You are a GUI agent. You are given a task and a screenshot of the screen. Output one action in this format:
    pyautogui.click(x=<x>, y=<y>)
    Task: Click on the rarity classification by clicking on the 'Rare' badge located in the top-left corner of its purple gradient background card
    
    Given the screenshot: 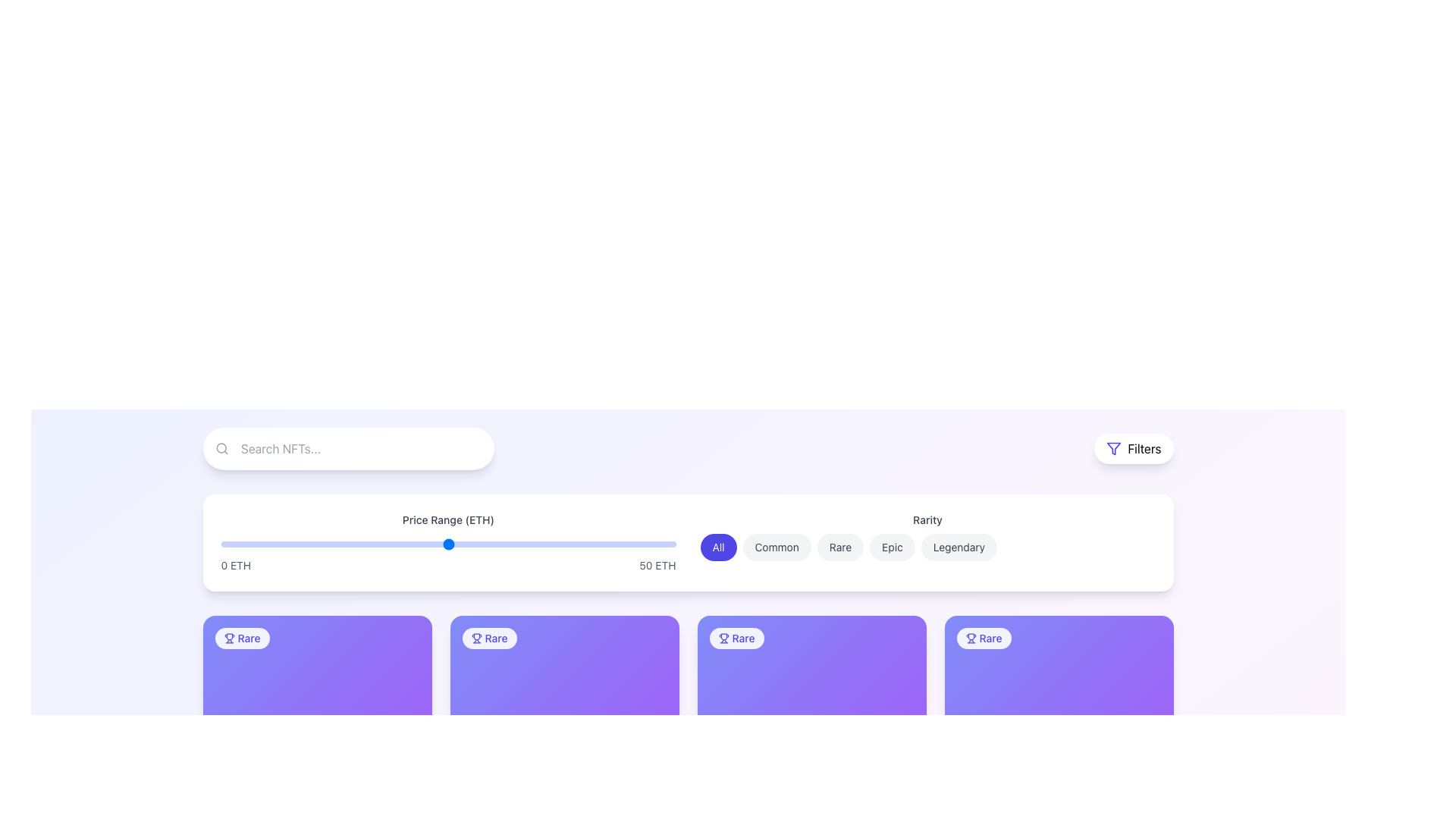 What is the action you would take?
    pyautogui.click(x=489, y=638)
    